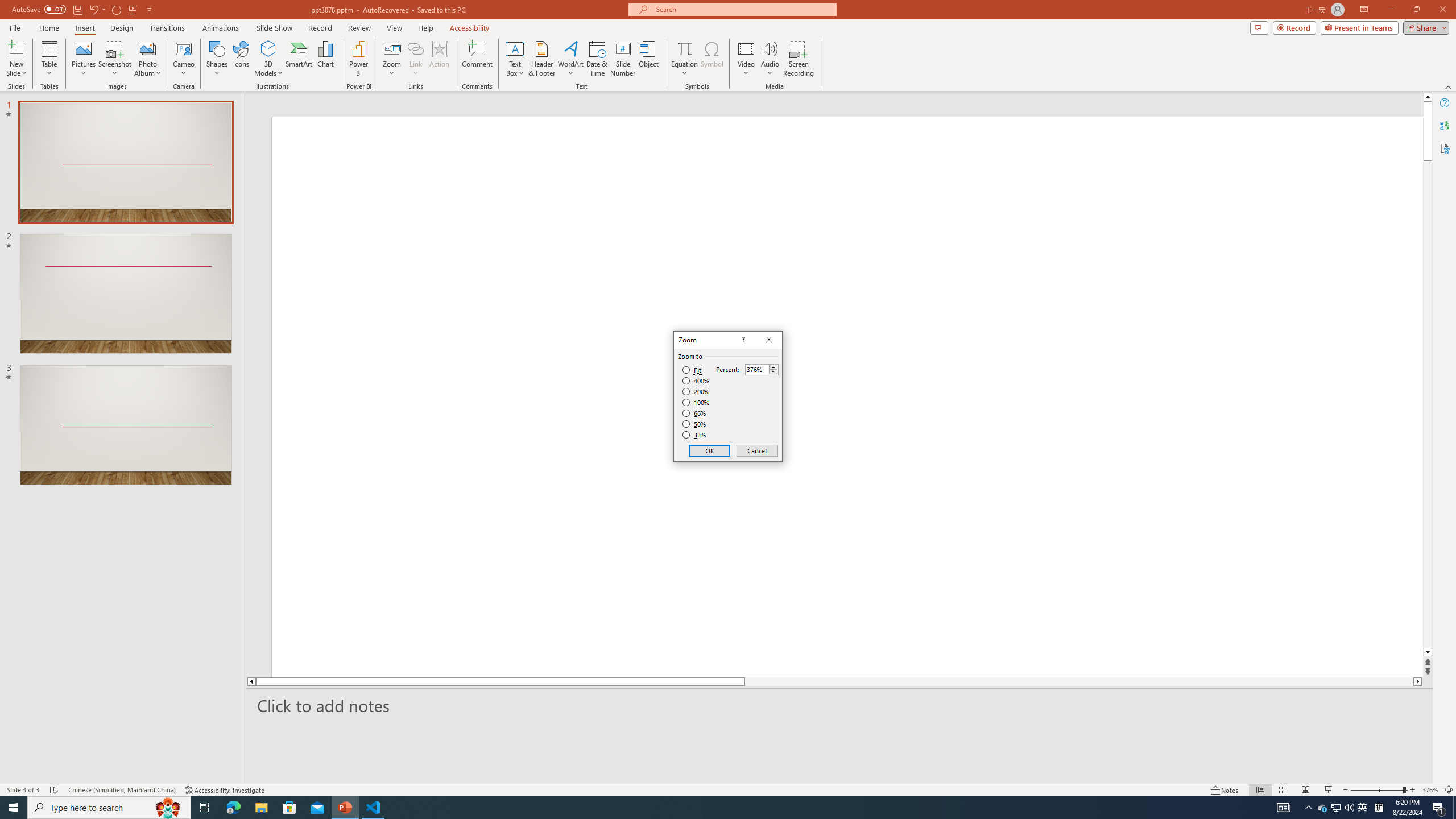 The width and height of the screenshot is (1456, 819). I want to click on 'SmartArt...', so click(299, 59).